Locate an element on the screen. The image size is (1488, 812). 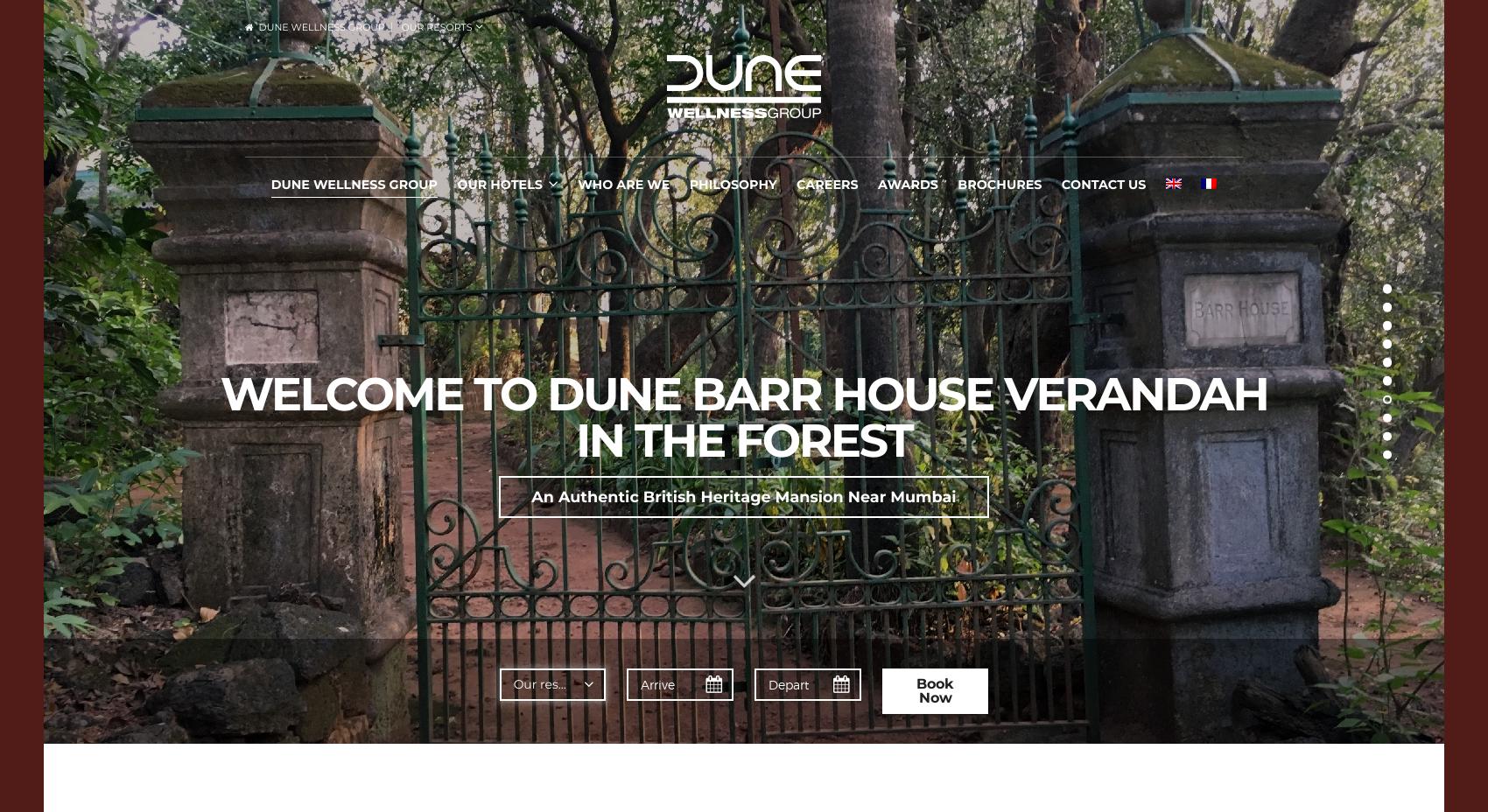
'Come to practice Yoga, diving and hiking in real Bali' is located at coordinates (742, 558).